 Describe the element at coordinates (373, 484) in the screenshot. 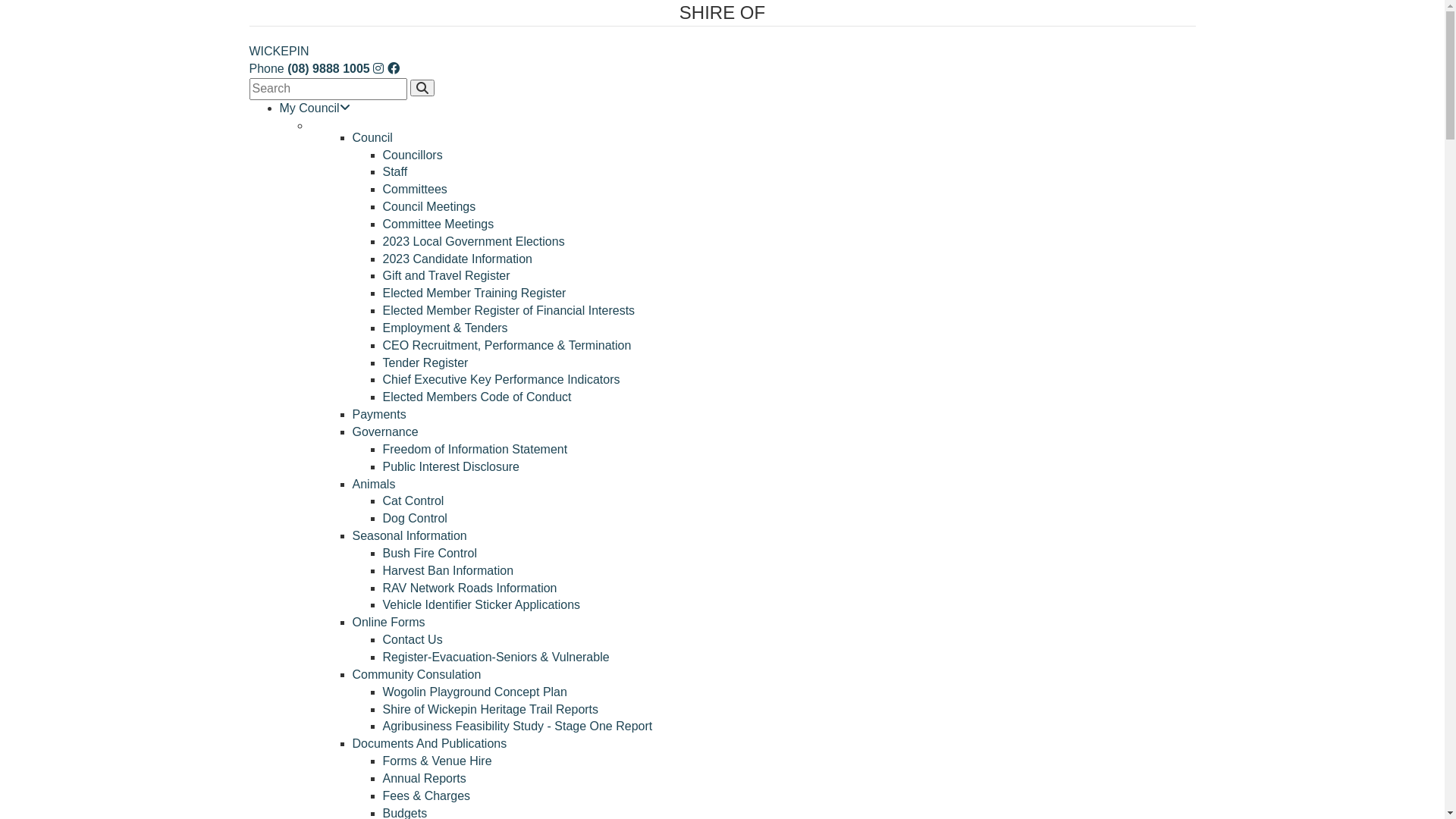

I see `'Animals'` at that location.